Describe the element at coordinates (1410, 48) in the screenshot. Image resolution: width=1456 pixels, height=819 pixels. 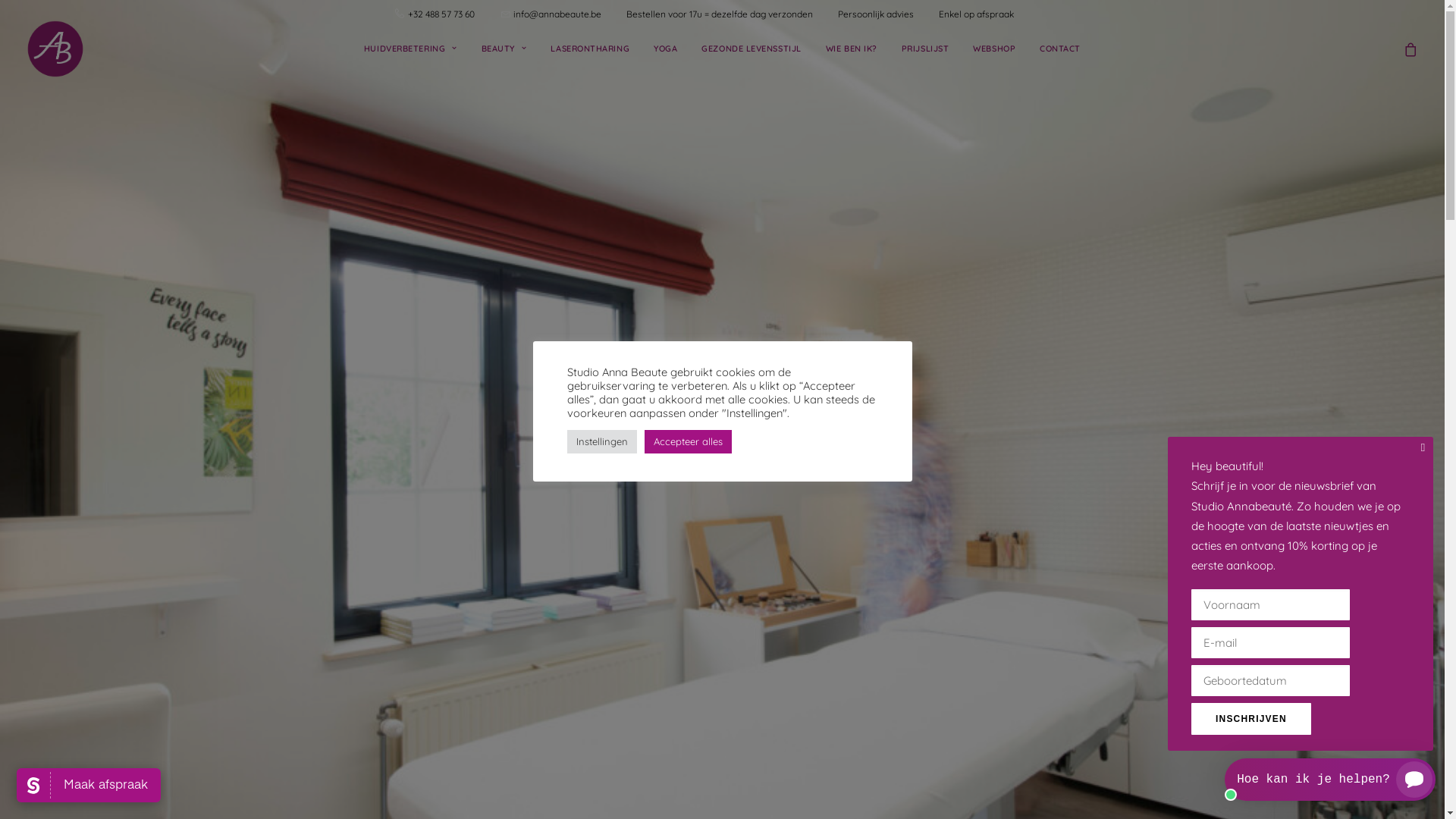
I see `'cart'` at that location.